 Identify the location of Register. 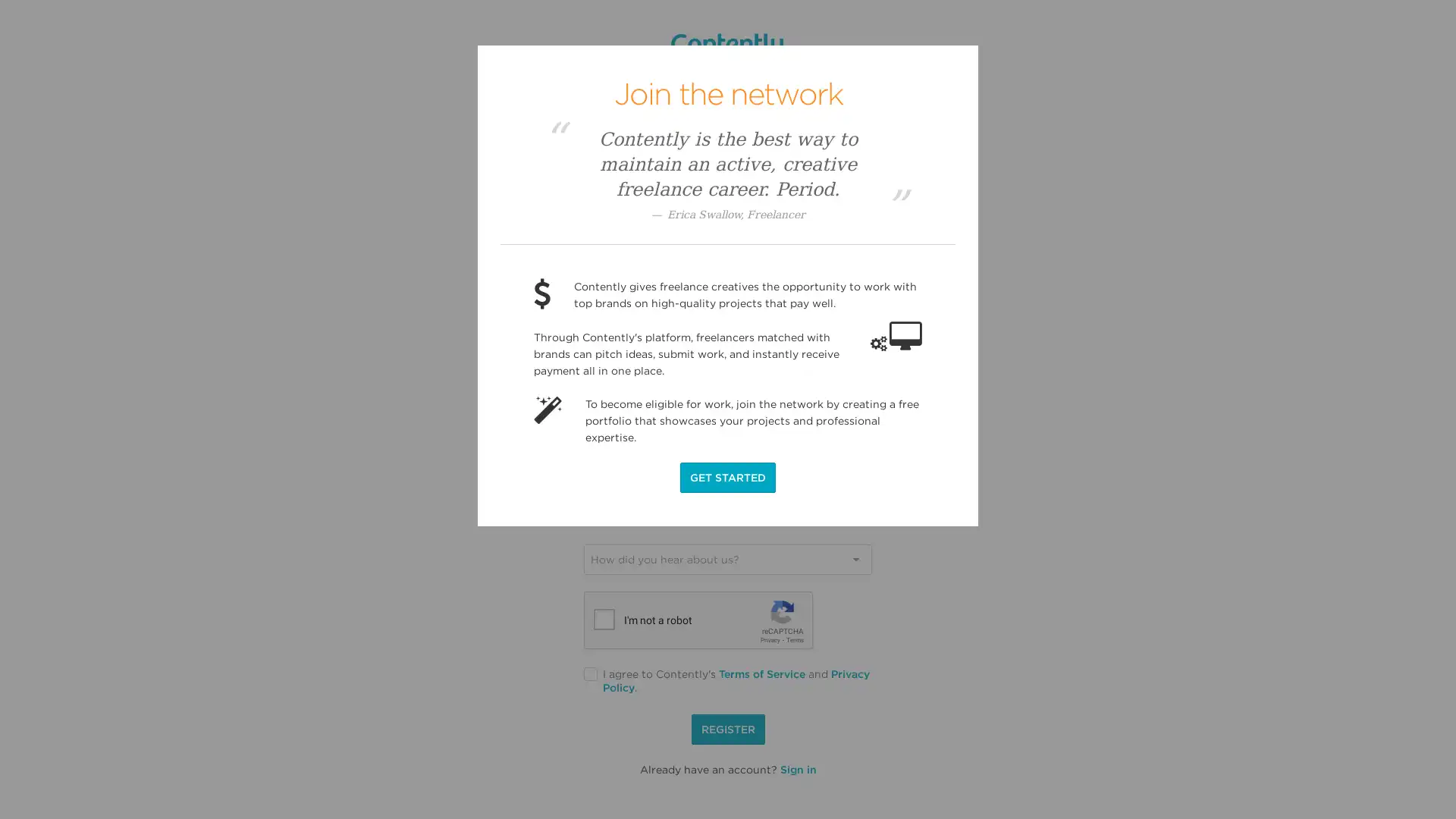
(726, 728).